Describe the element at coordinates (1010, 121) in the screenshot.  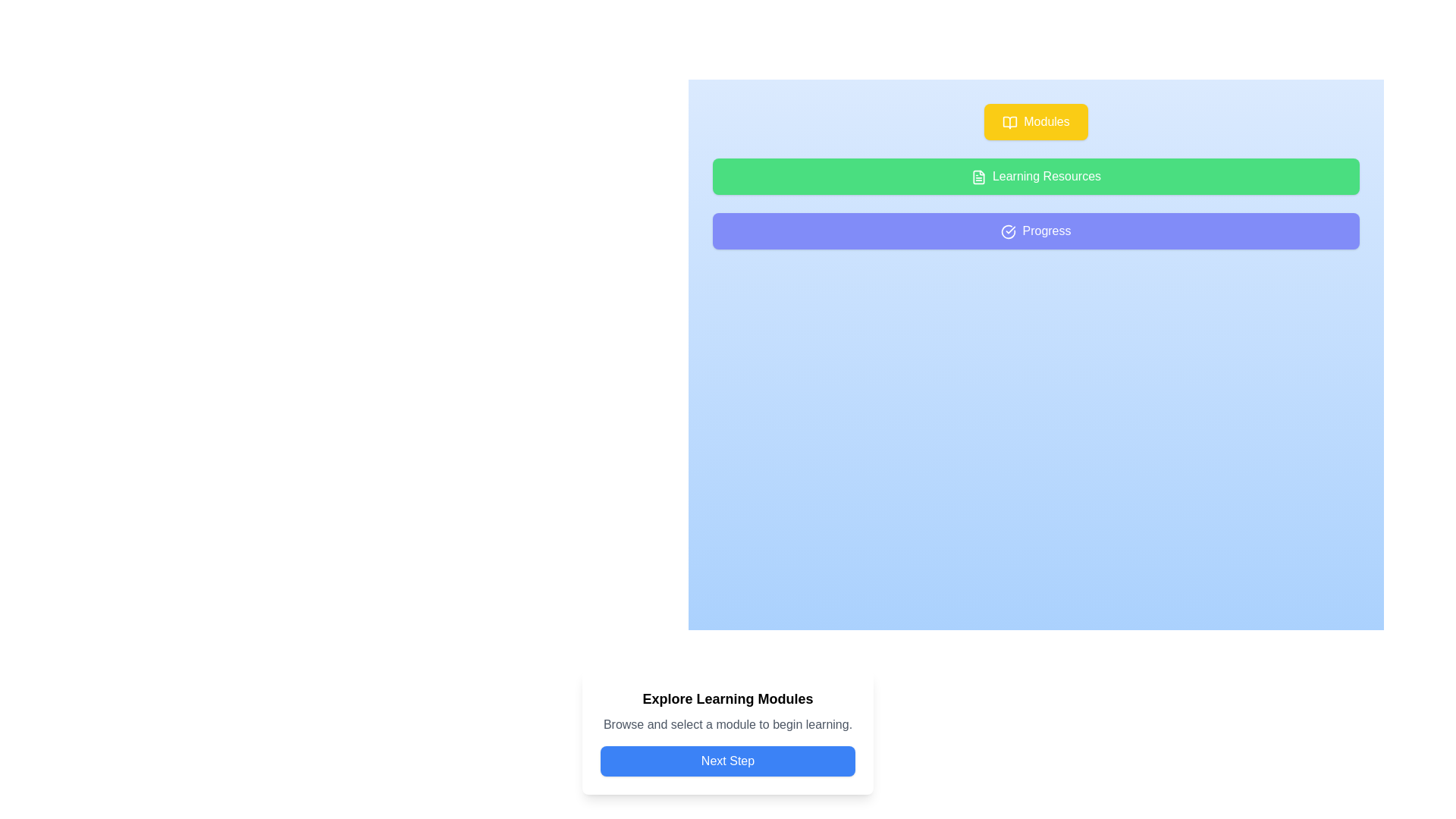
I see `the icon located on the left side of the 'Modules' yellow button, which represents a module or collection of content` at that location.